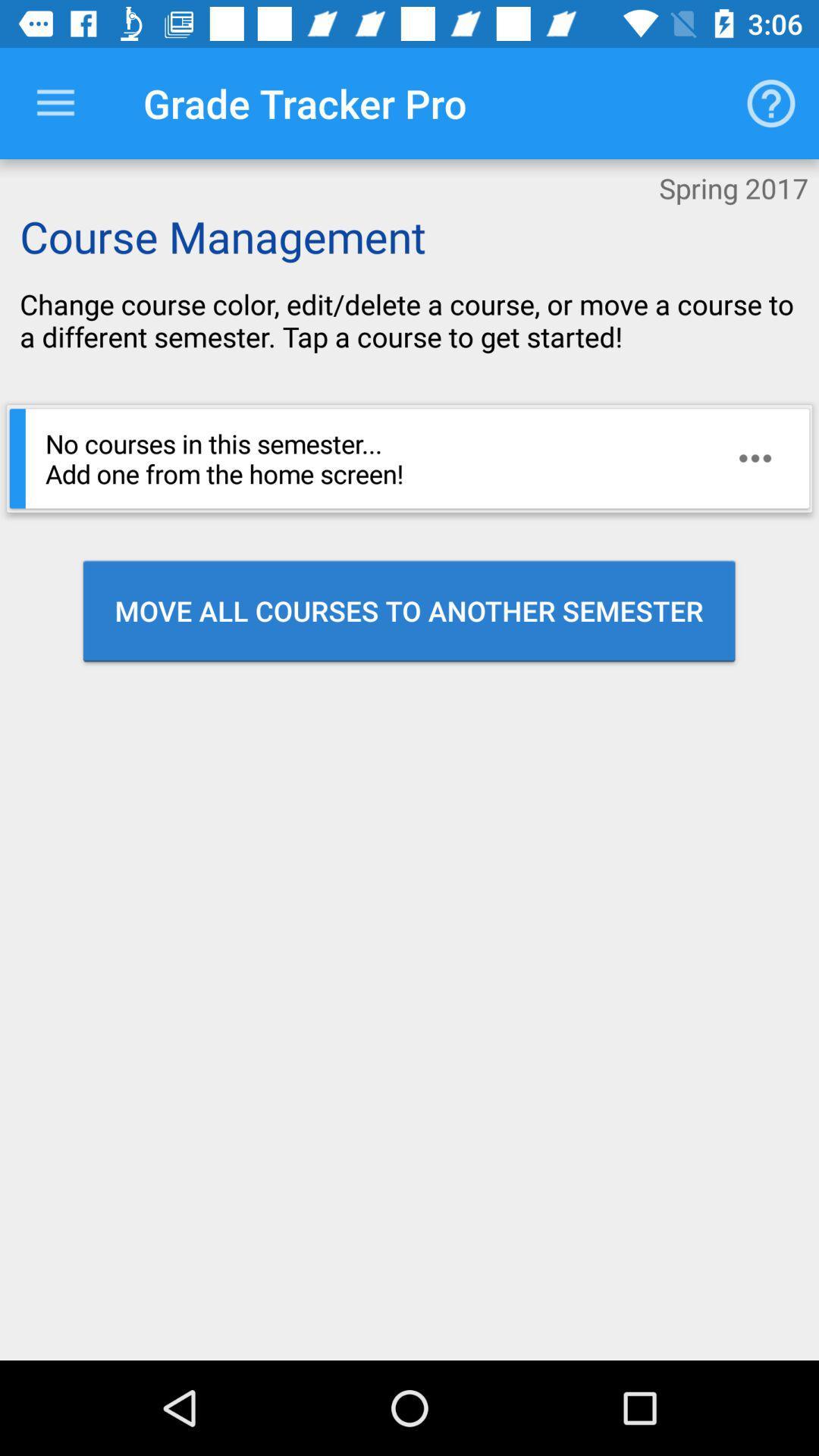 The width and height of the screenshot is (819, 1456). Describe the element at coordinates (408, 610) in the screenshot. I see `icon below no courses in` at that location.